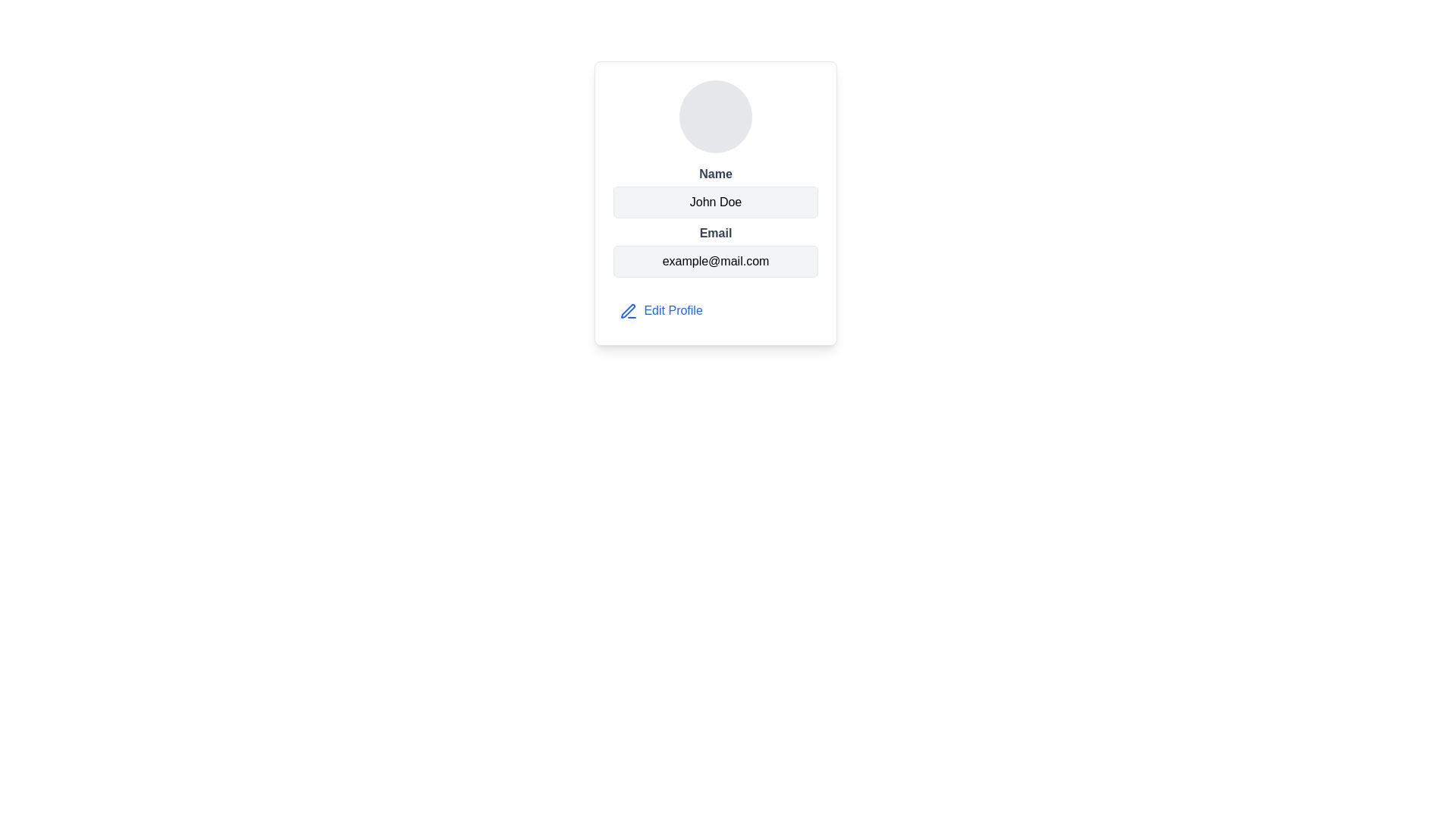 This screenshot has height=819, width=1456. I want to click on text label styled as 'Email' in bold dark gray color, located in the user profile card interface above the email address display, so click(715, 234).